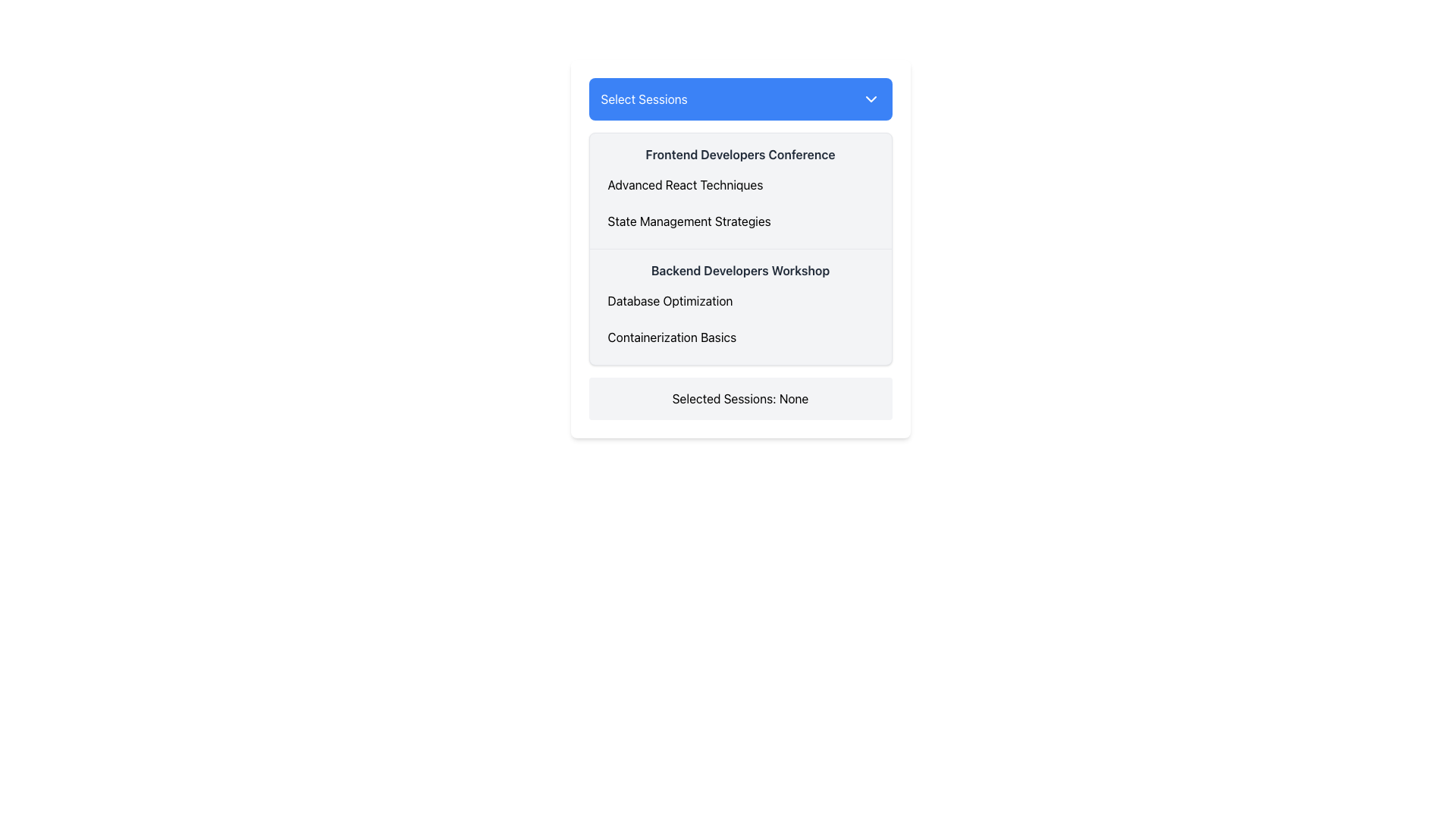 The image size is (1456, 819). What do you see at coordinates (669, 301) in the screenshot?
I see `the selectable session topic text label positioned under the 'Backend Developers Workshop' heading in the middle section of the session selection panel` at bounding box center [669, 301].